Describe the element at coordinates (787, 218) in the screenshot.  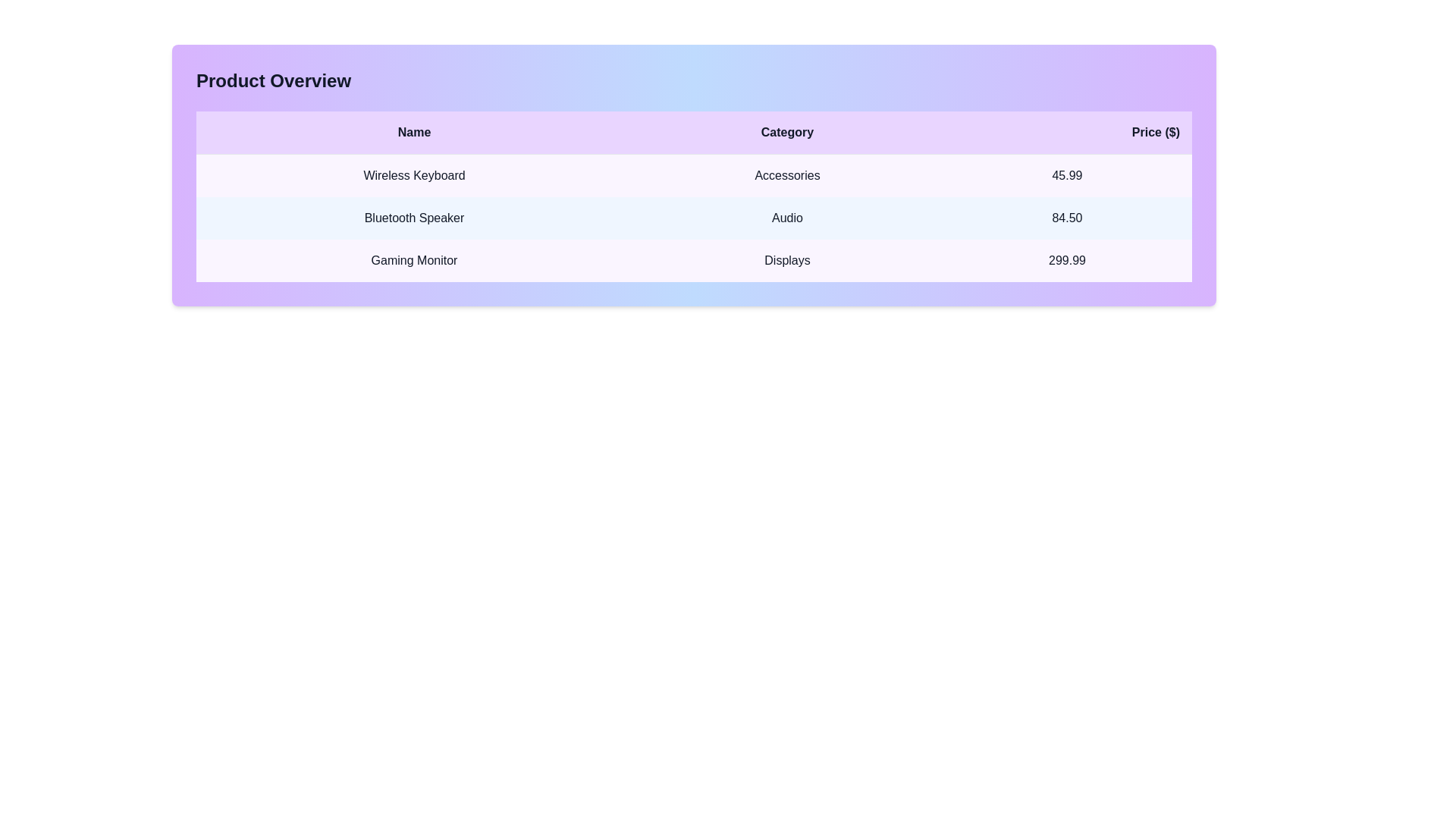
I see `text of the Text label that indicates the product category for the item listed under the "Category" column, adjacent to the "Bluetooth Speaker" in the "Name" column and the price "84.50" in the "Price ($)" column` at that location.